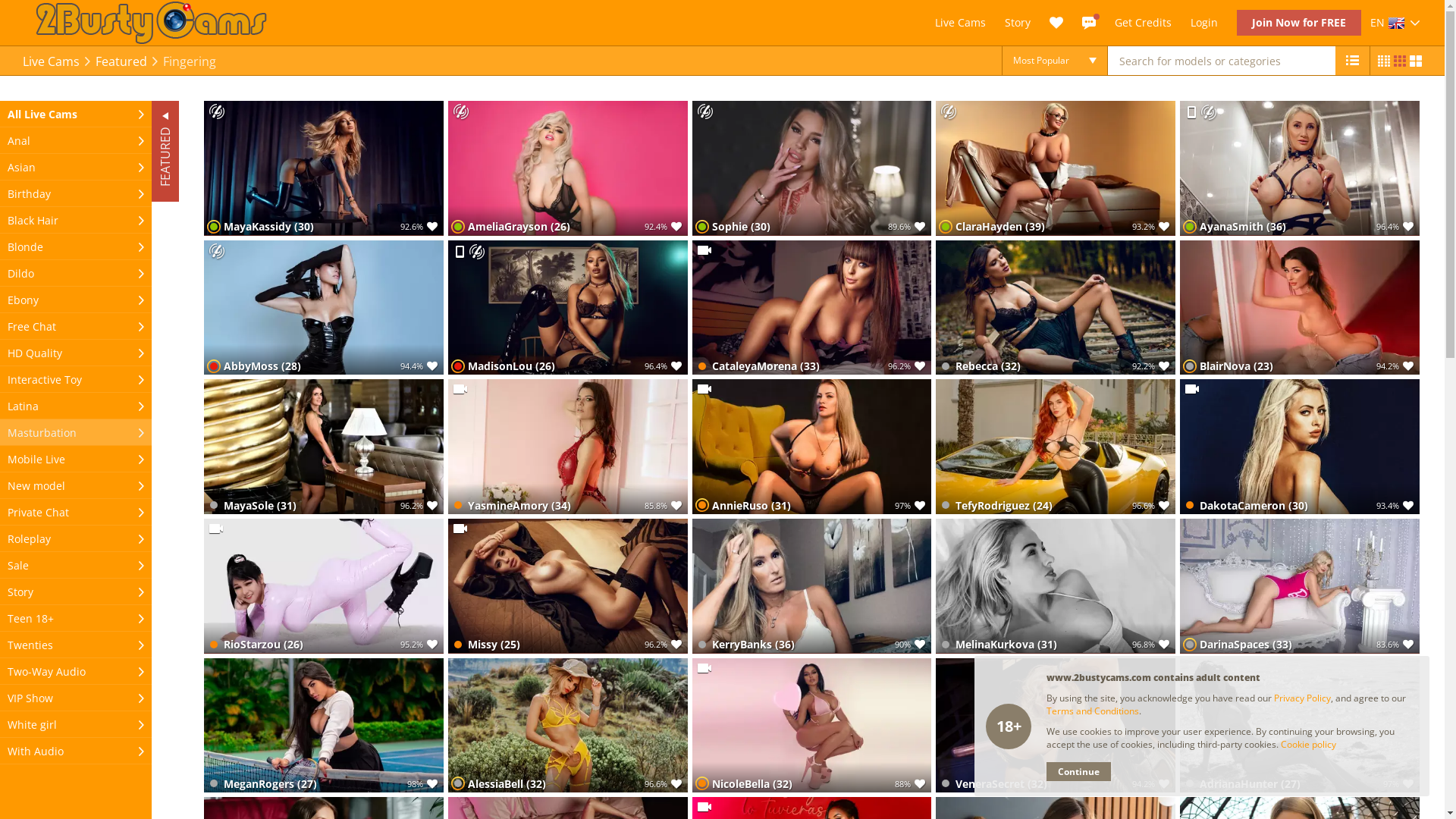 Image resolution: width=1456 pixels, height=819 pixels. Describe the element at coordinates (1055, 724) in the screenshot. I see `'VeneraSecret (32)` at that location.